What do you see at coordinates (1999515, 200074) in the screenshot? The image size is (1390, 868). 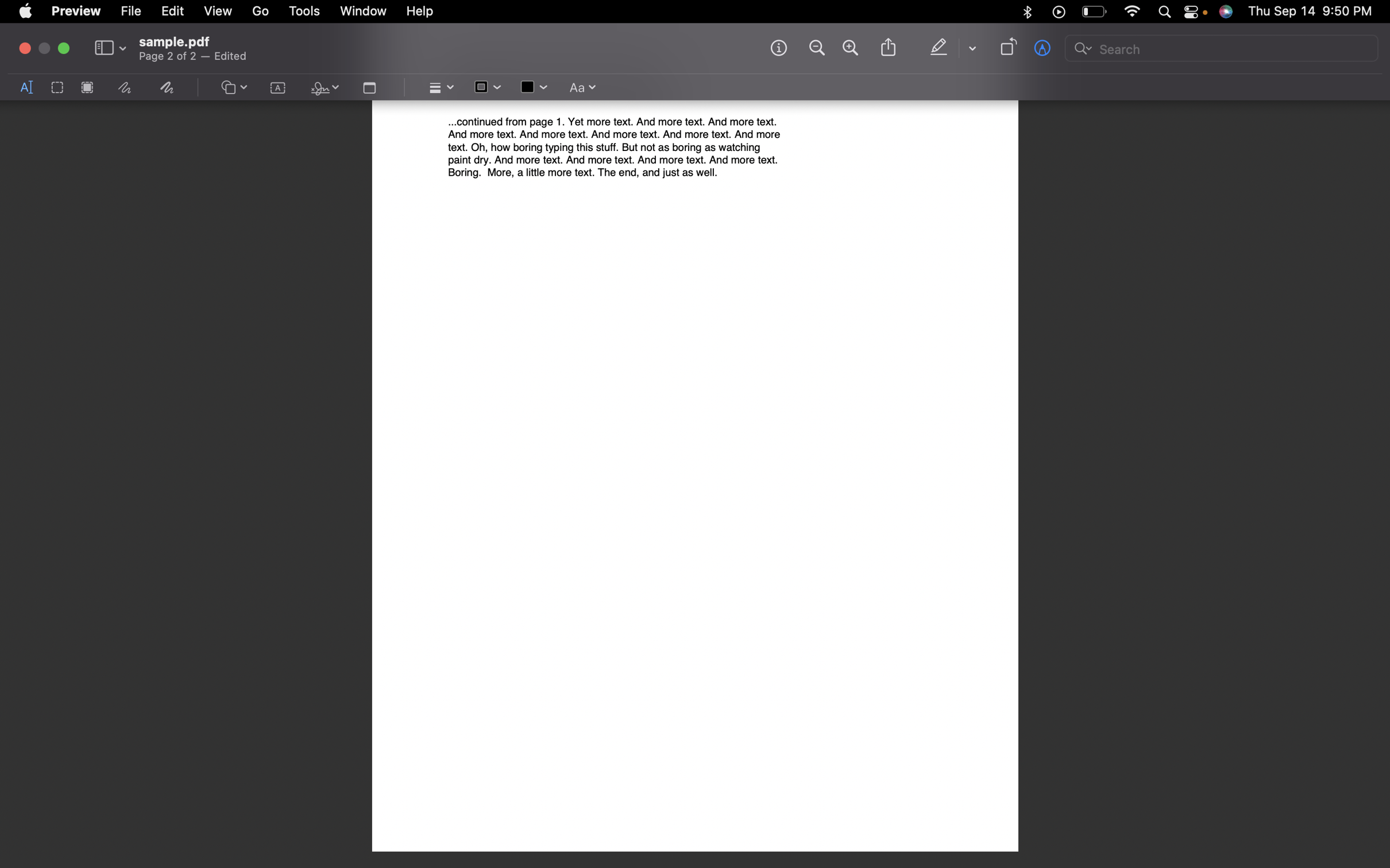 I see `Drag the mouse cursor from the beginning to the end of the page to select all content` at bounding box center [1999515, 200074].